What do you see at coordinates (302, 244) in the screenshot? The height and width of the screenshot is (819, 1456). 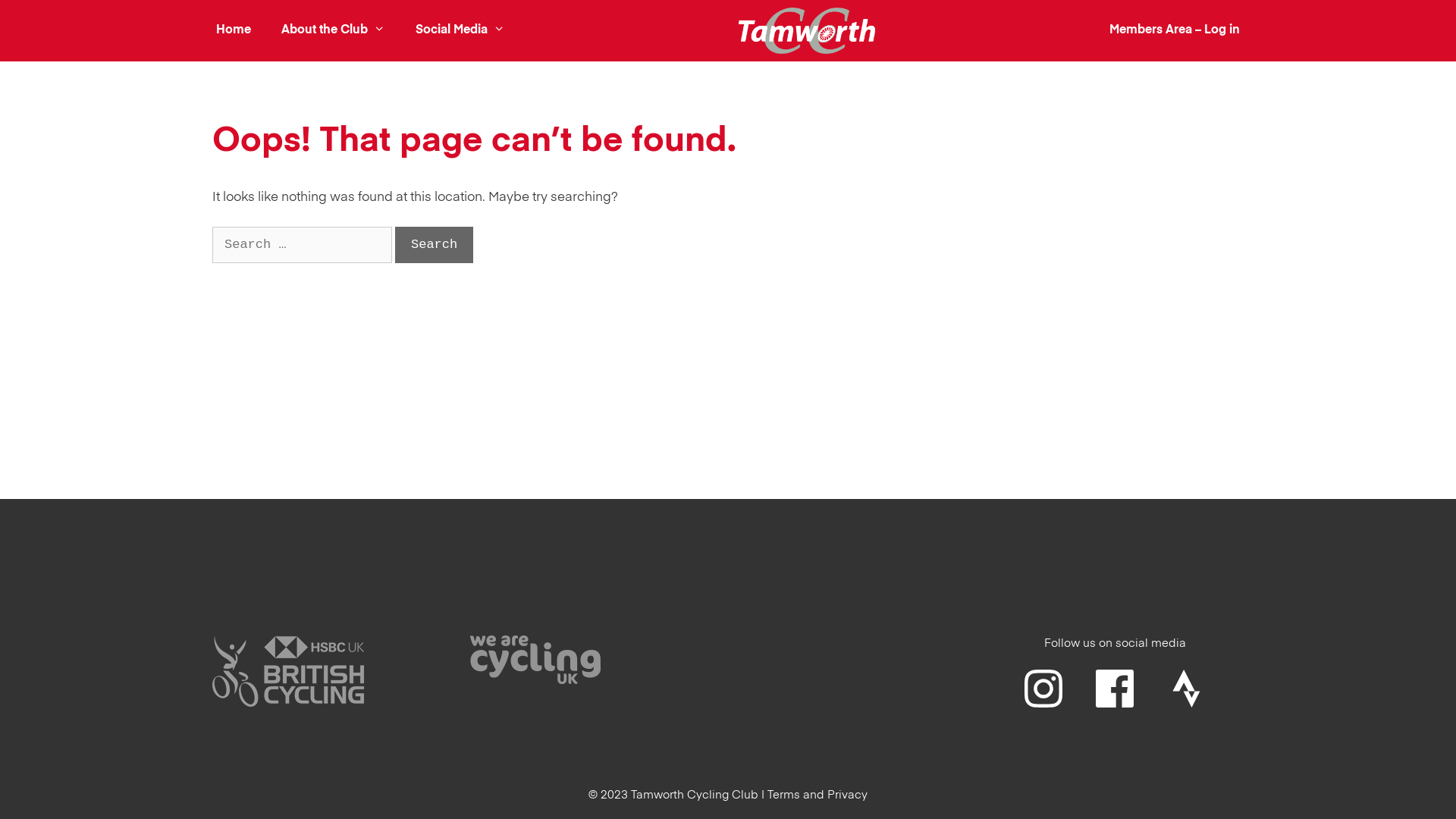 I see `'Search for:'` at bounding box center [302, 244].